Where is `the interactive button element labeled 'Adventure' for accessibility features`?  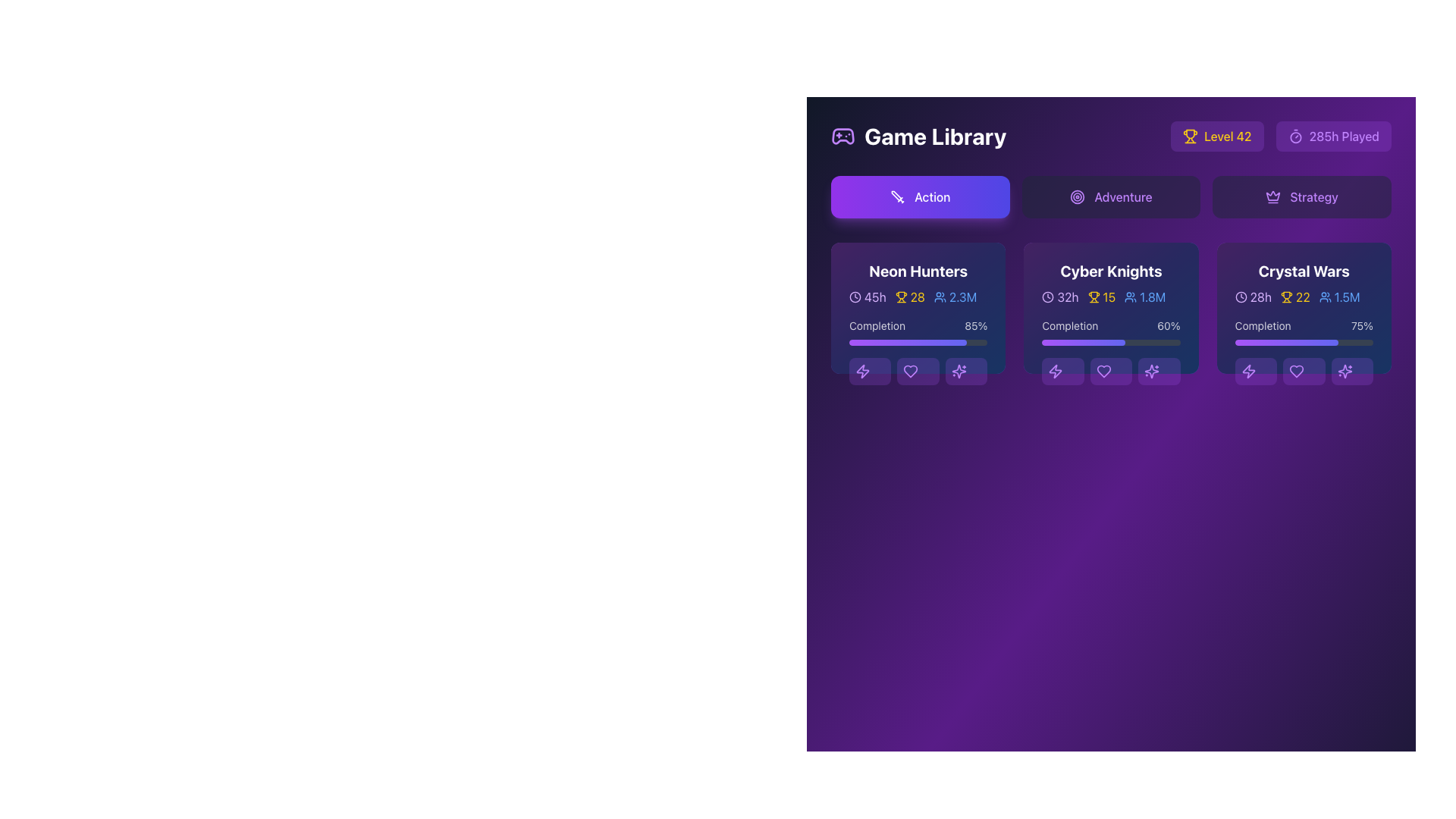 the interactive button element labeled 'Adventure' for accessibility features is located at coordinates (1123, 196).